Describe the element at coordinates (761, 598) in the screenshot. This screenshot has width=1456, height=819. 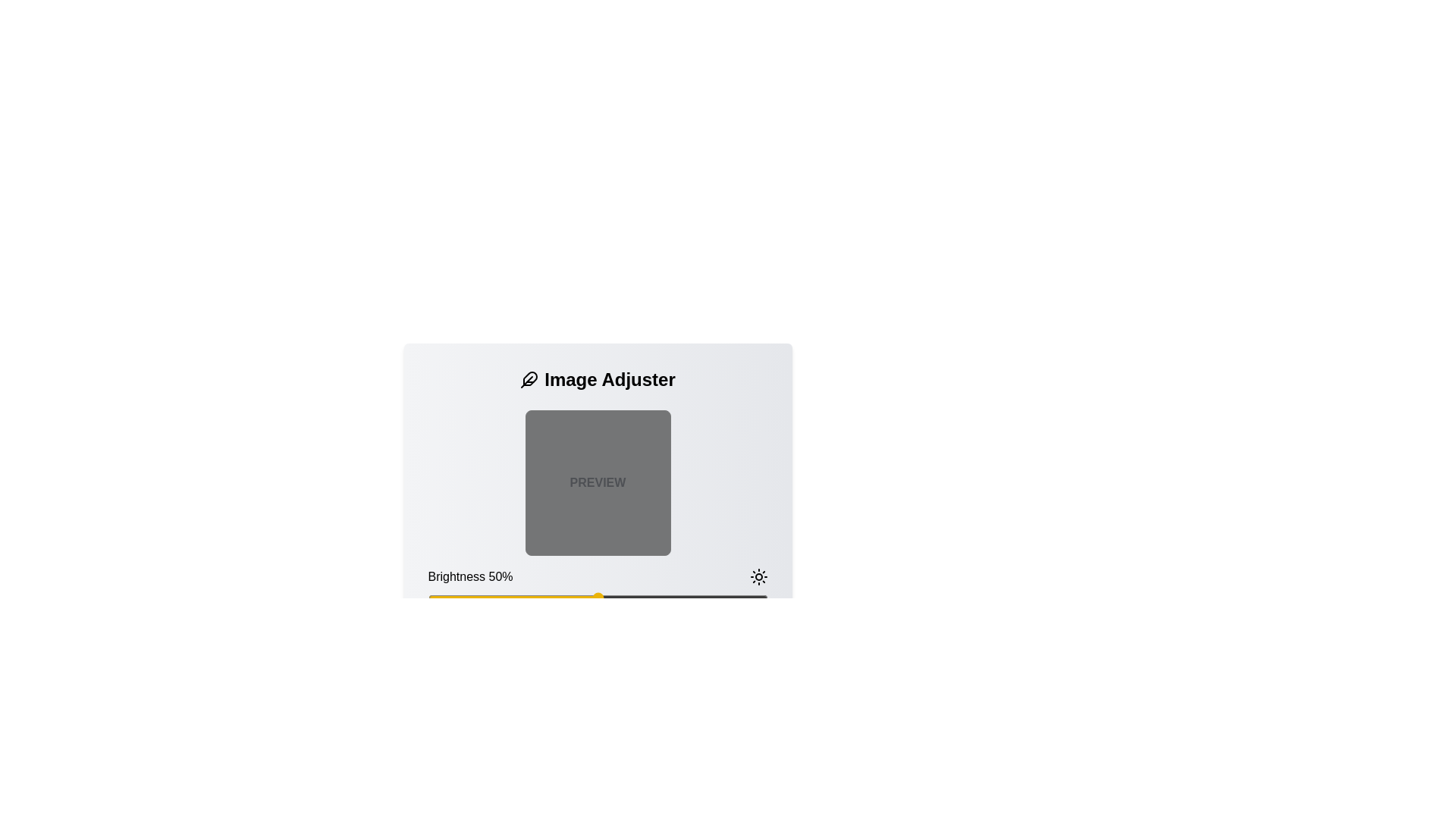
I see `the brightness level` at that location.